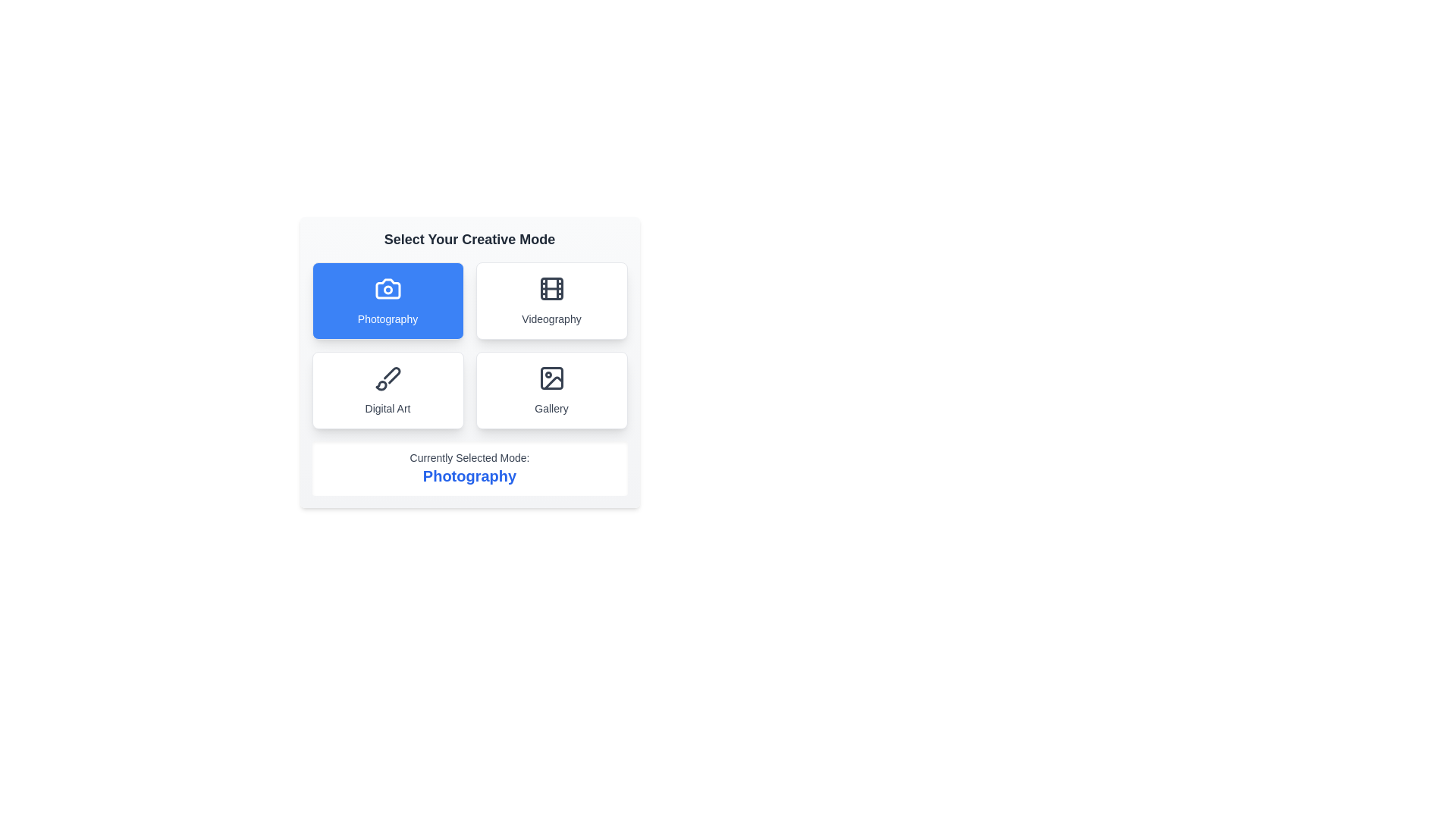 This screenshot has height=819, width=1456. I want to click on the mode Digital Art by clicking its respective button, so click(388, 390).